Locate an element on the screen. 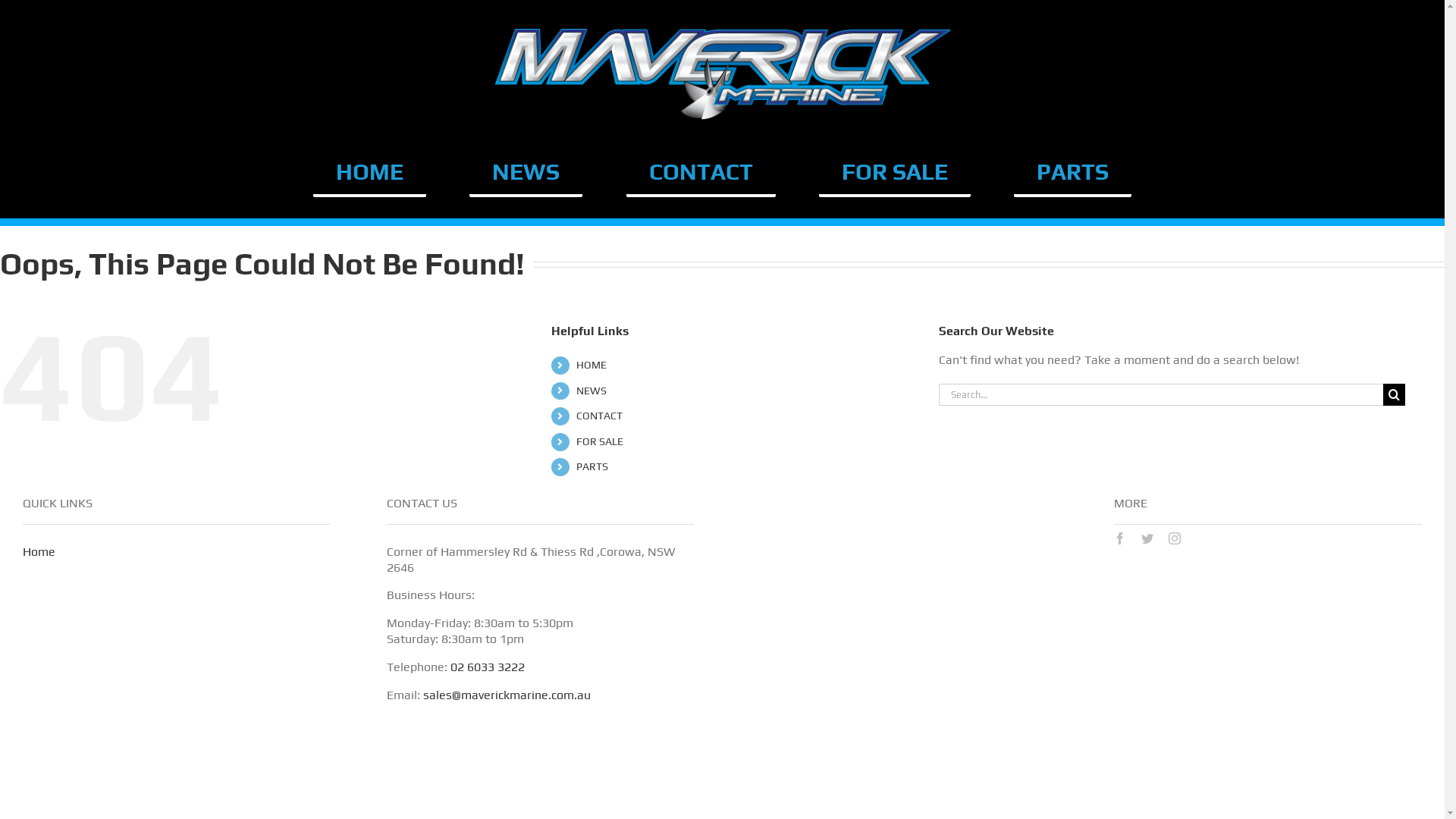 The width and height of the screenshot is (1456, 819). 'NEWS' is located at coordinates (590, 390).